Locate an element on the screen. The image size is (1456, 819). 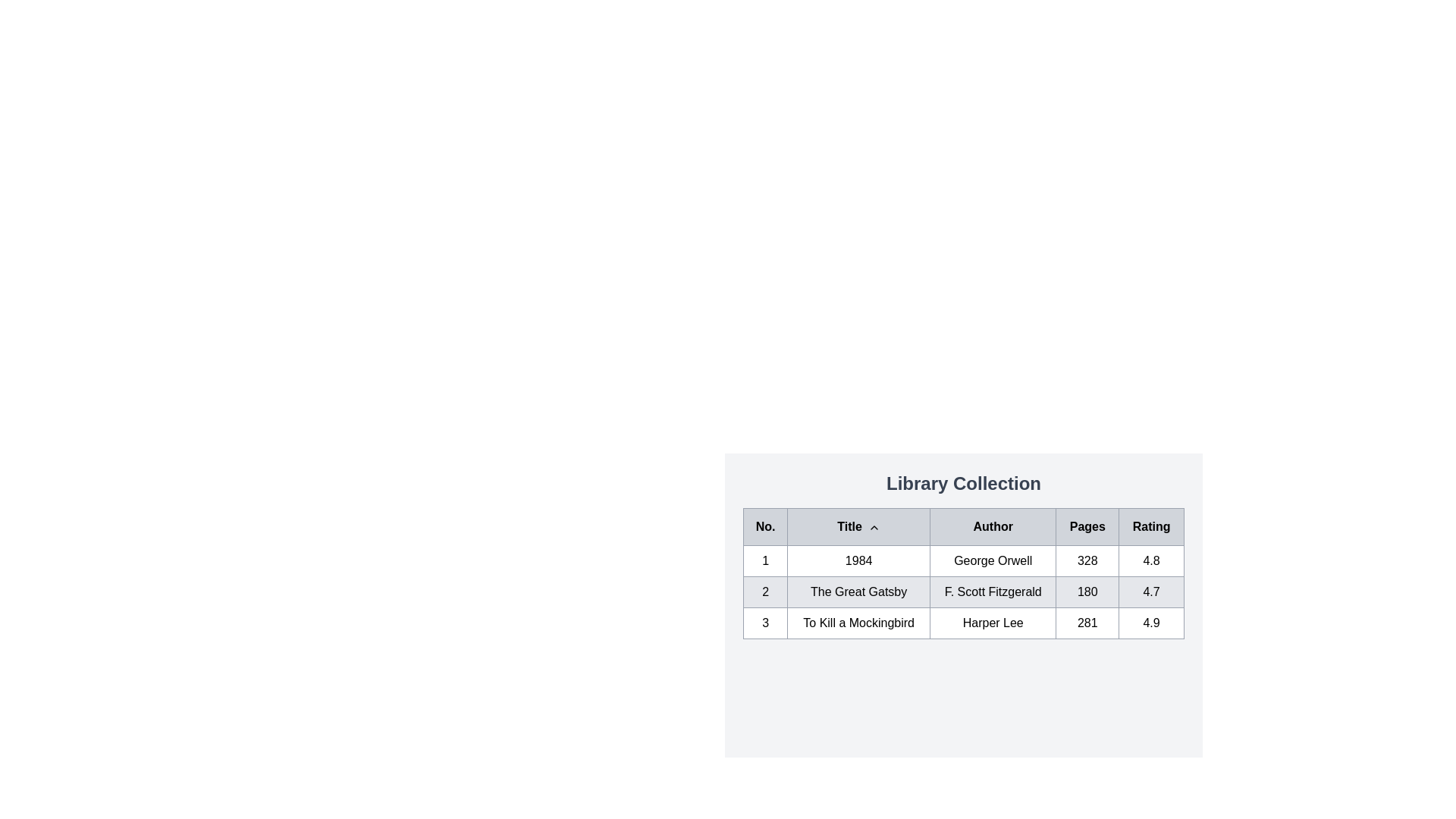
the Icon button located next to the 'Title' column label in the header row of the table, which allows users to sort the entries in ascending order is located at coordinates (874, 526).